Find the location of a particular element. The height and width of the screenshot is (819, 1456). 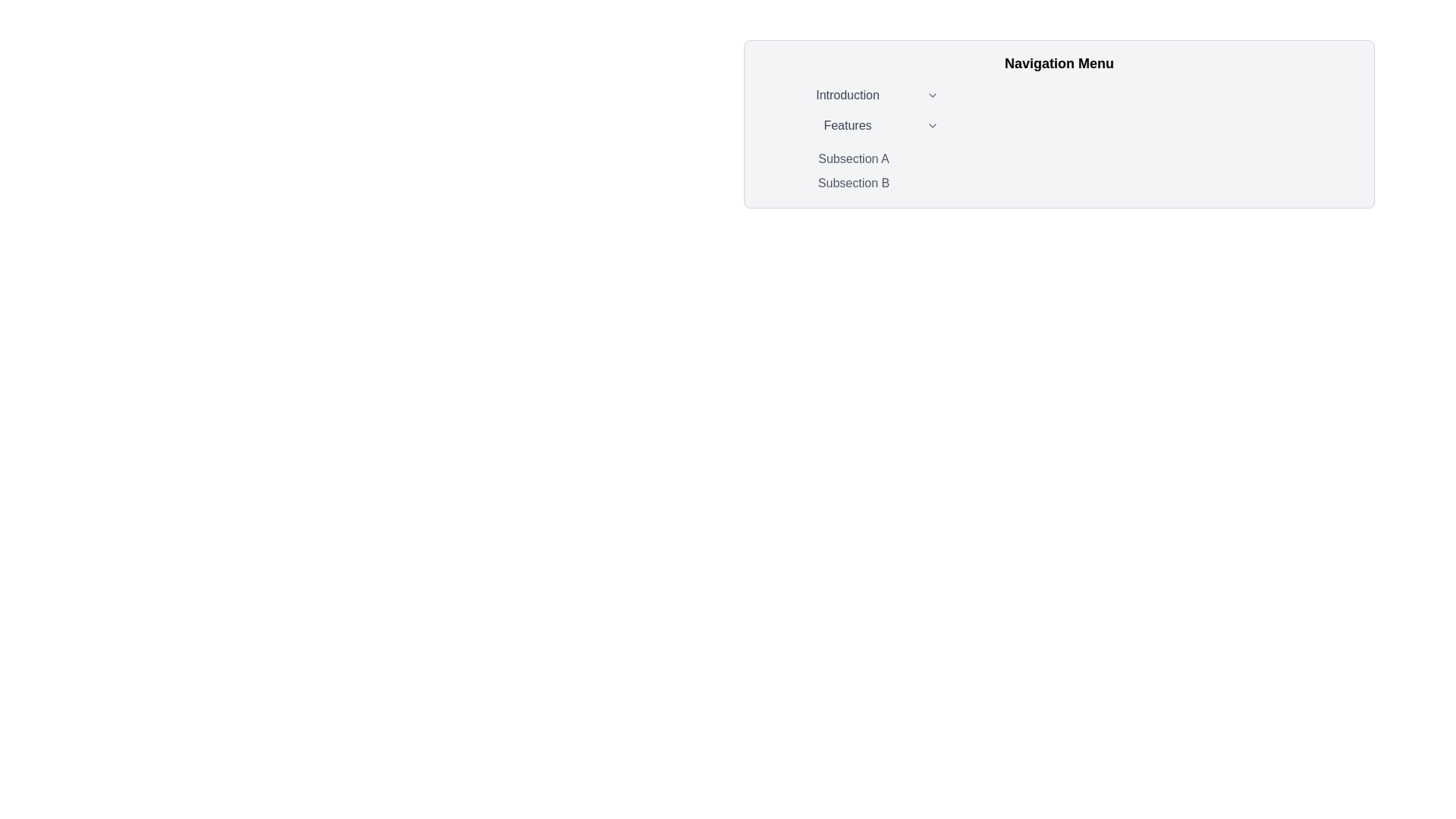

the icon located to the right of the 'Introduction' text in the navigation menu is located at coordinates (931, 96).